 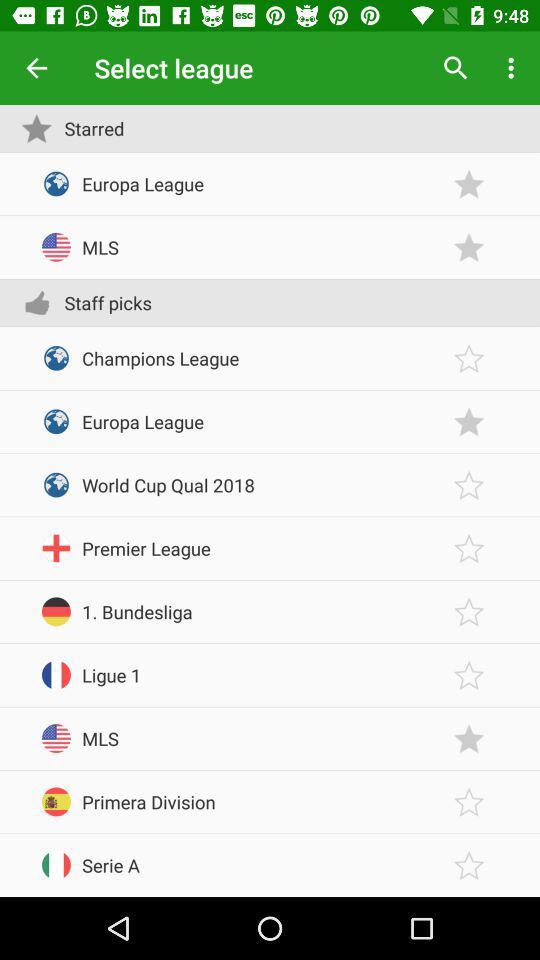 I want to click on item next to the select league, so click(x=455, y=68).